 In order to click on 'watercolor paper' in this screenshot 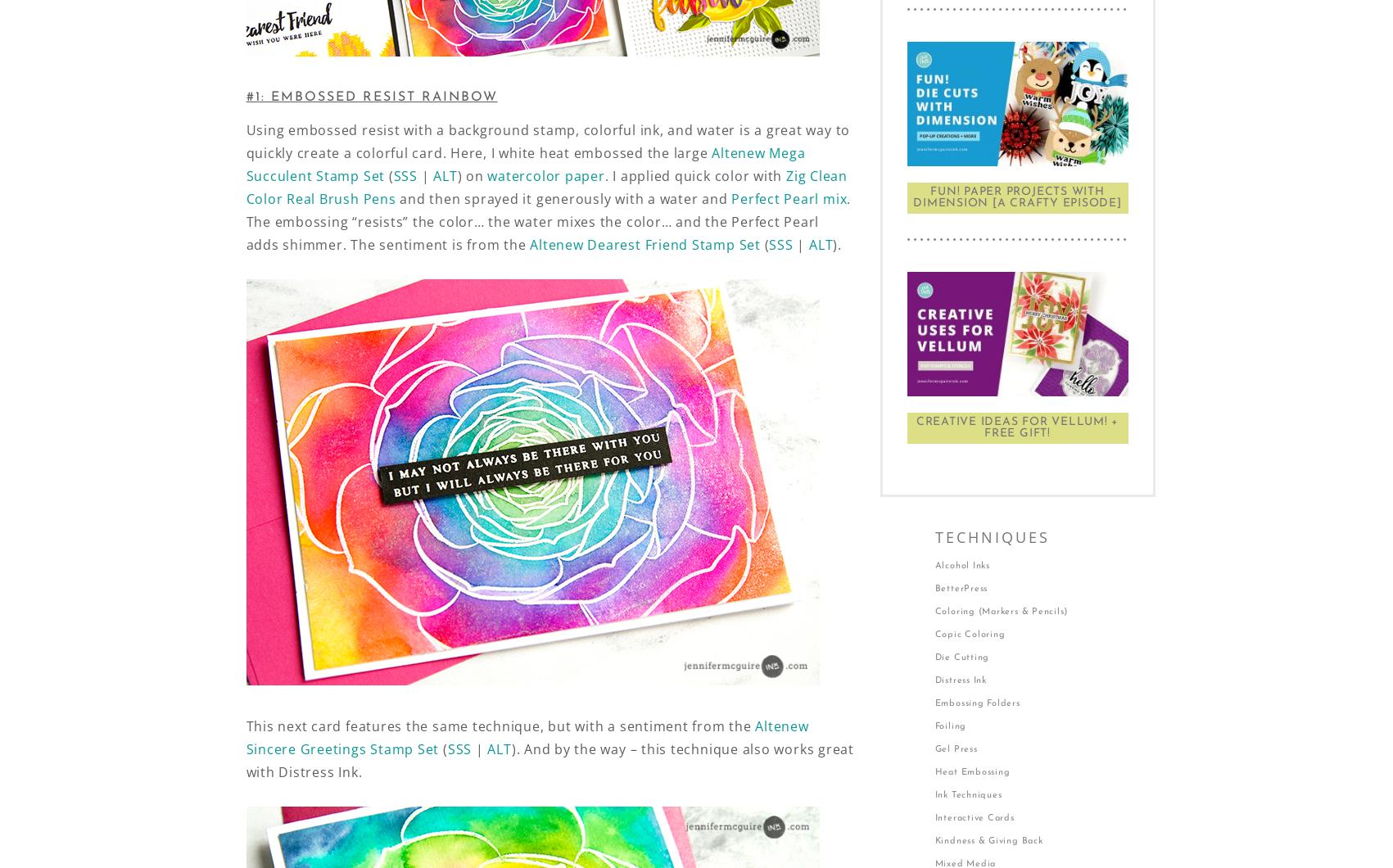, I will do `click(545, 174)`.